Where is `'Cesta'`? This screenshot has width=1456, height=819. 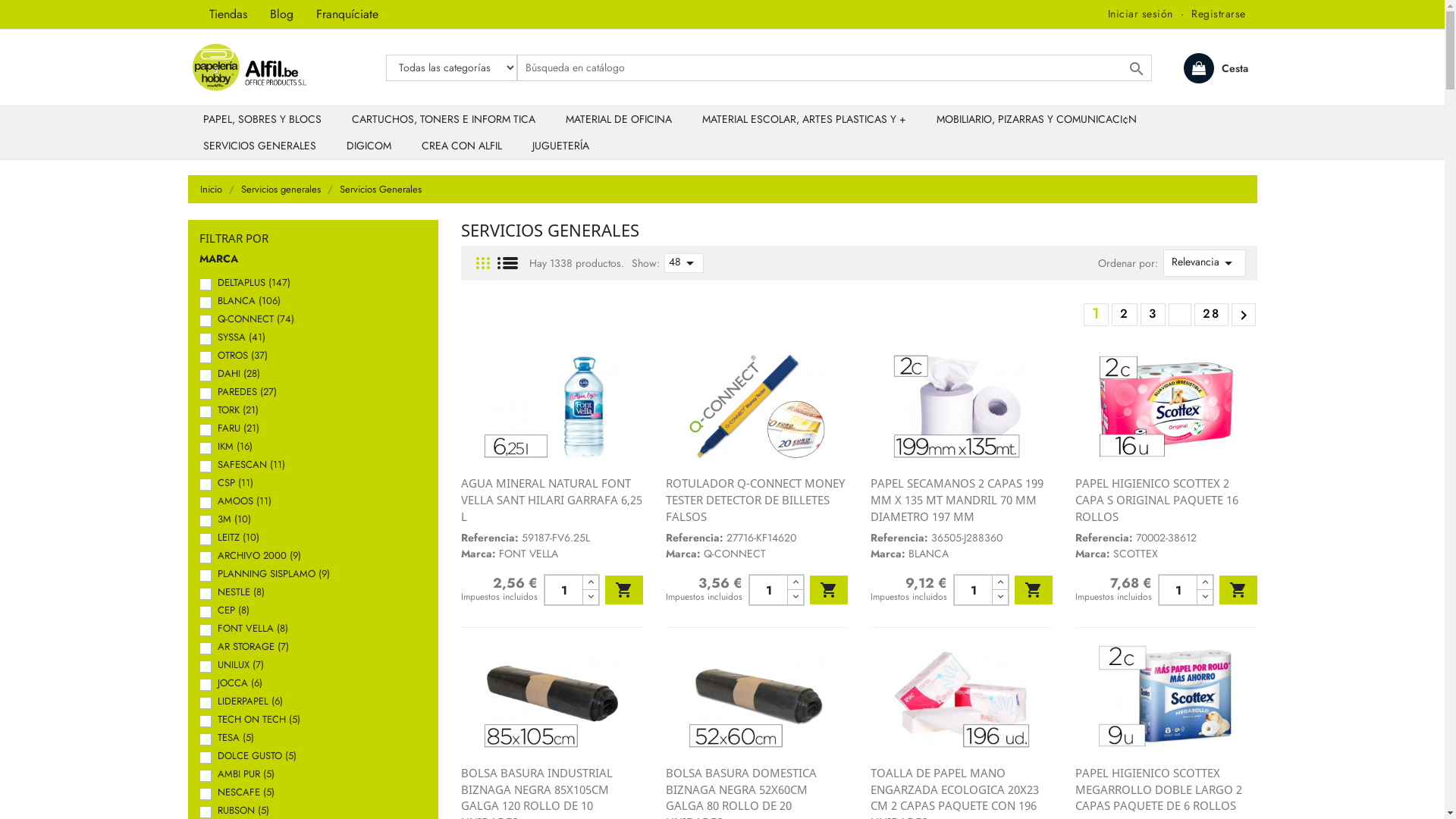 'Cesta' is located at coordinates (1182, 67).